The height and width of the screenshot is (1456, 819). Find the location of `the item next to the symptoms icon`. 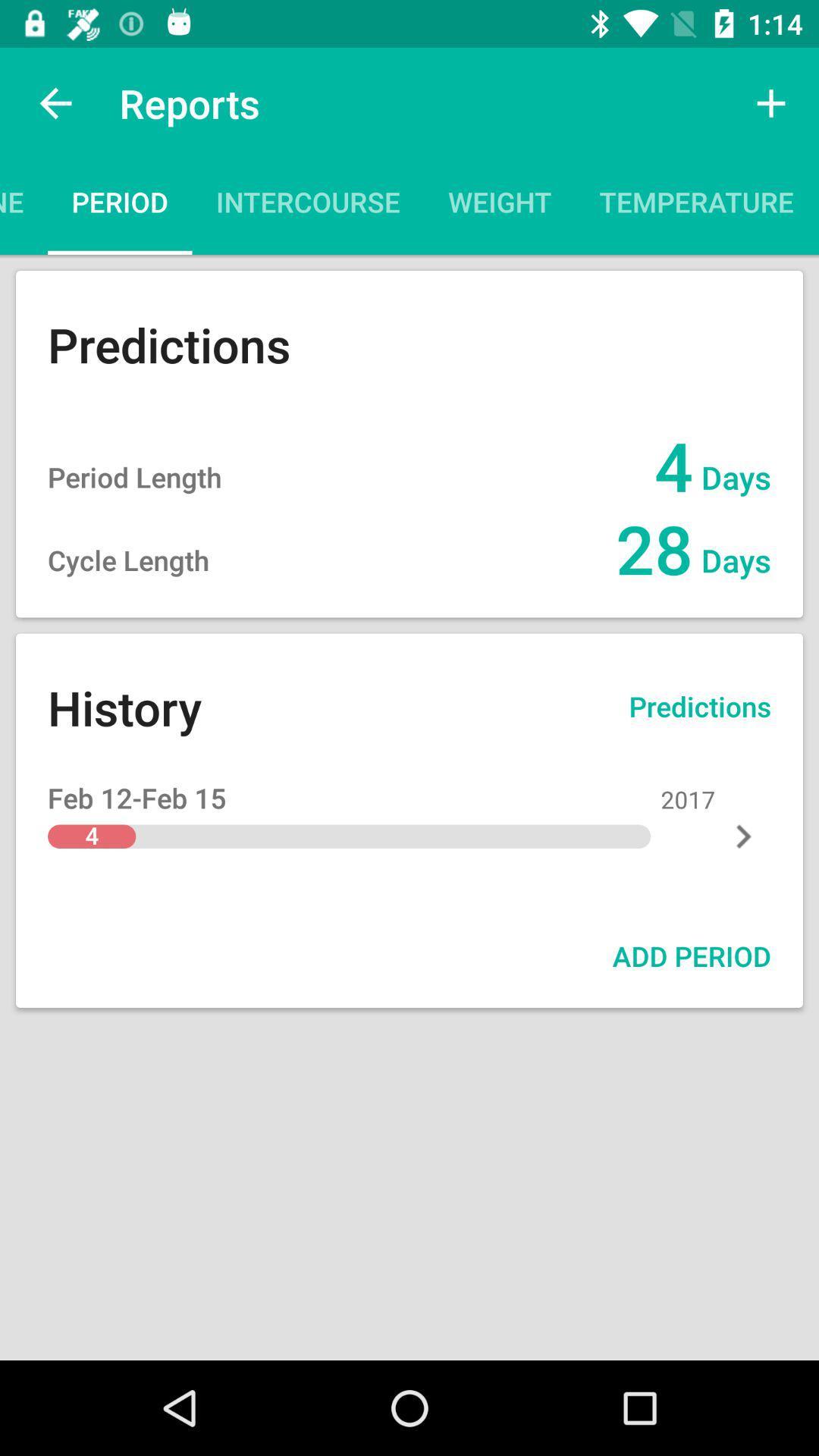

the item next to the symptoms icon is located at coordinates (696, 206).